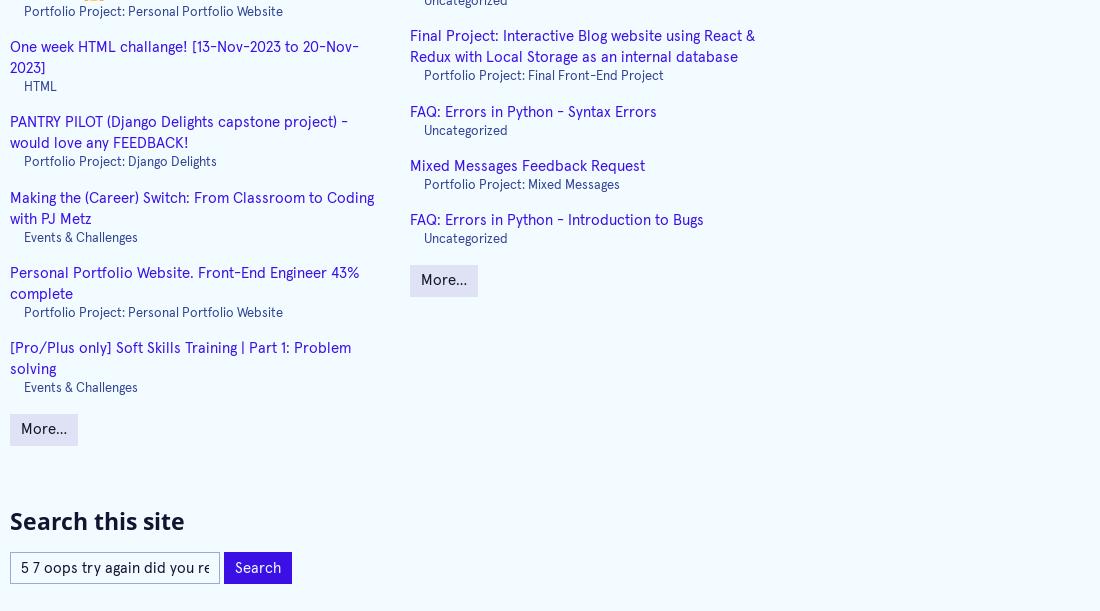 Image resolution: width=1100 pixels, height=611 pixels. What do you see at coordinates (97, 520) in the screenshot?
I see `'Search this site'` at bounding box center [97, 520].